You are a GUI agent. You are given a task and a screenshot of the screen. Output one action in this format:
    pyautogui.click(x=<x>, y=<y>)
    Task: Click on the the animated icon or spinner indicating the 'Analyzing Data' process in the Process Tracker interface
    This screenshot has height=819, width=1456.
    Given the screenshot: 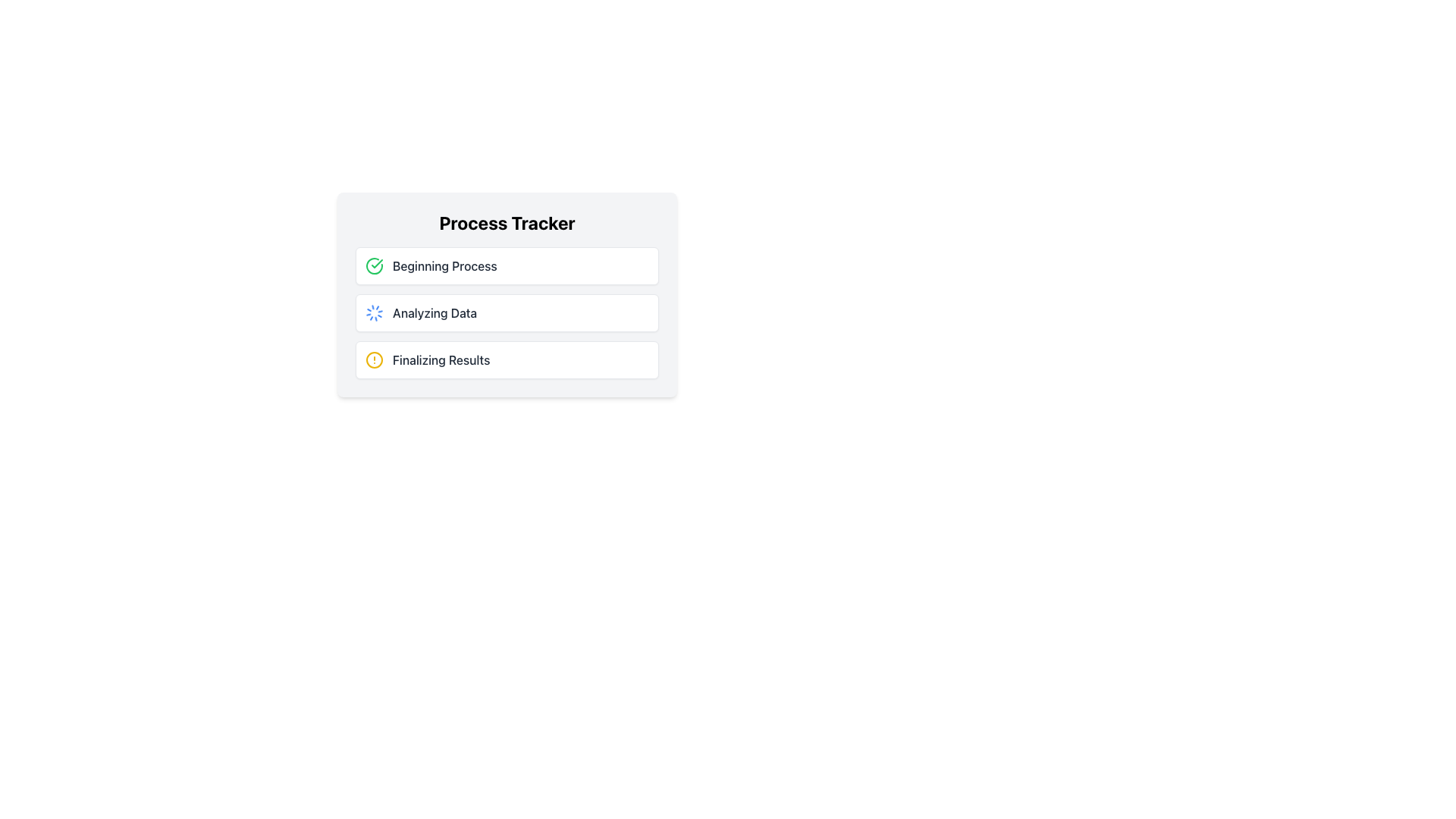 What is the action you would take?
    pyautogui.click(x=375, y=312)
    